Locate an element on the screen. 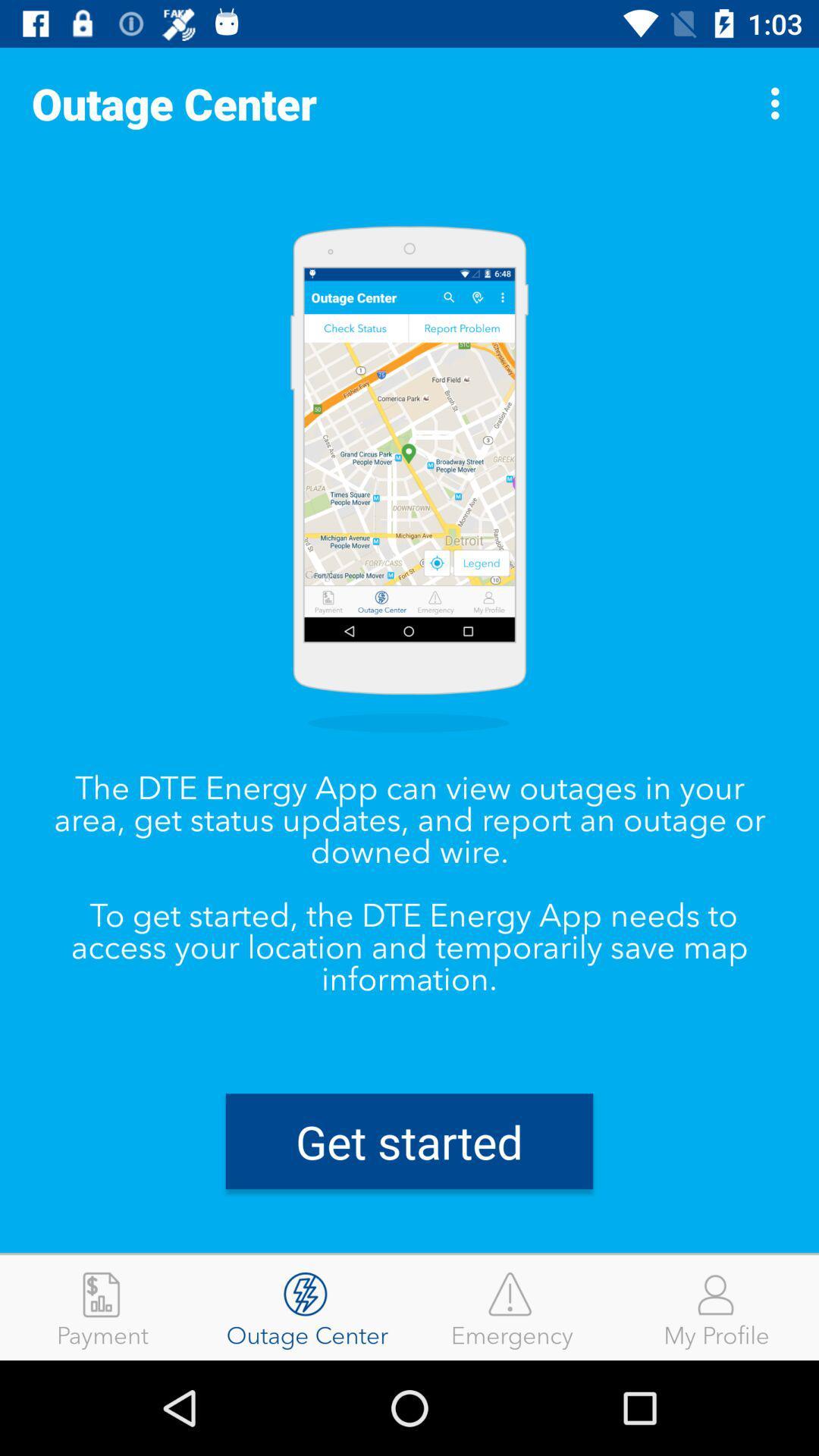 The height and width of the screenshot is (1456, 819). the my profile icon is located at coordinates (717, 1307).